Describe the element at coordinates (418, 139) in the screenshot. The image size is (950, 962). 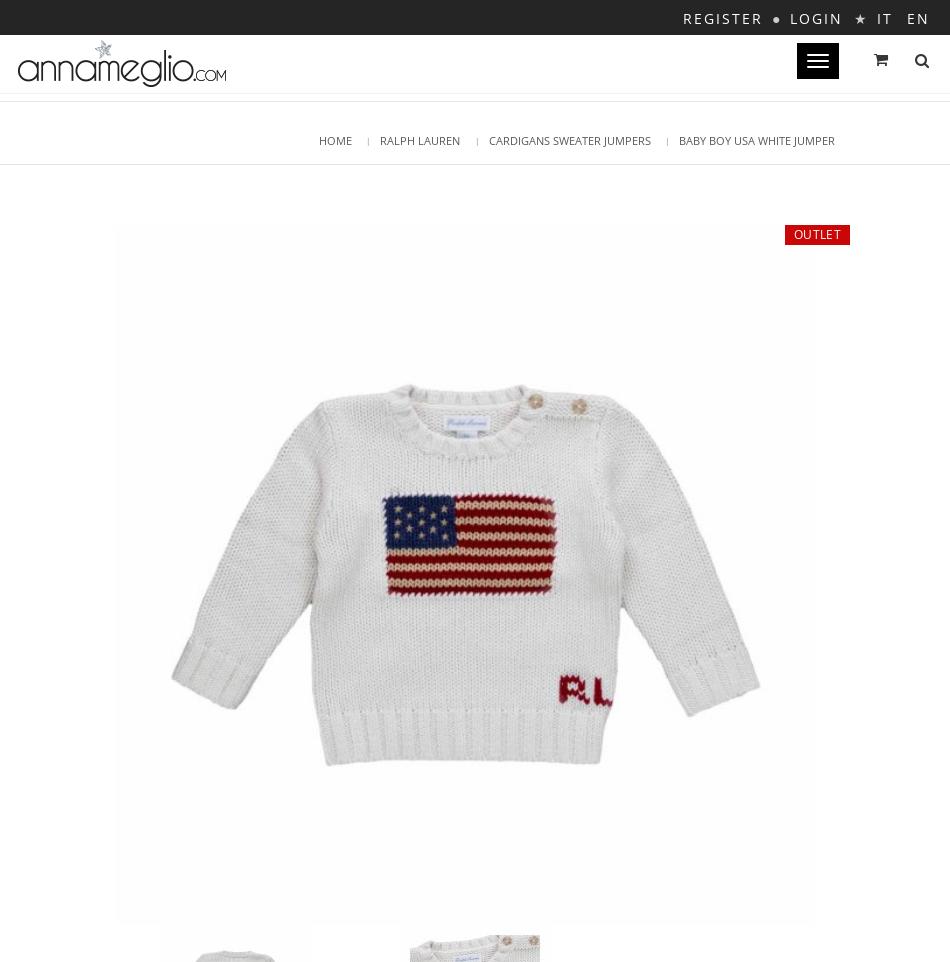
I see `'RALPH LAUREN'` at that location.